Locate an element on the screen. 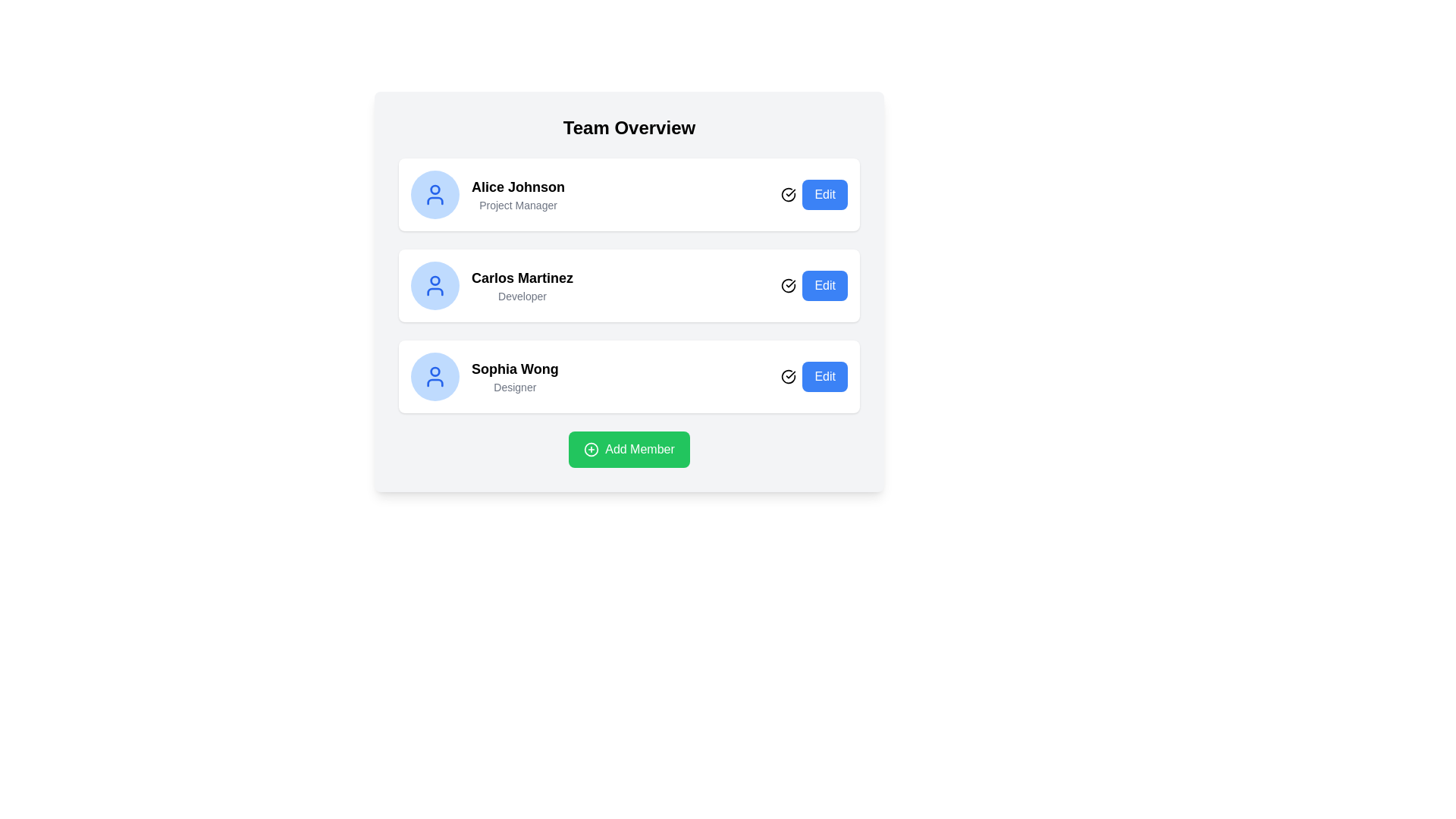  the button that initiates the addition of a new team member to observe the hover effect is located at coordinates (629, 449).